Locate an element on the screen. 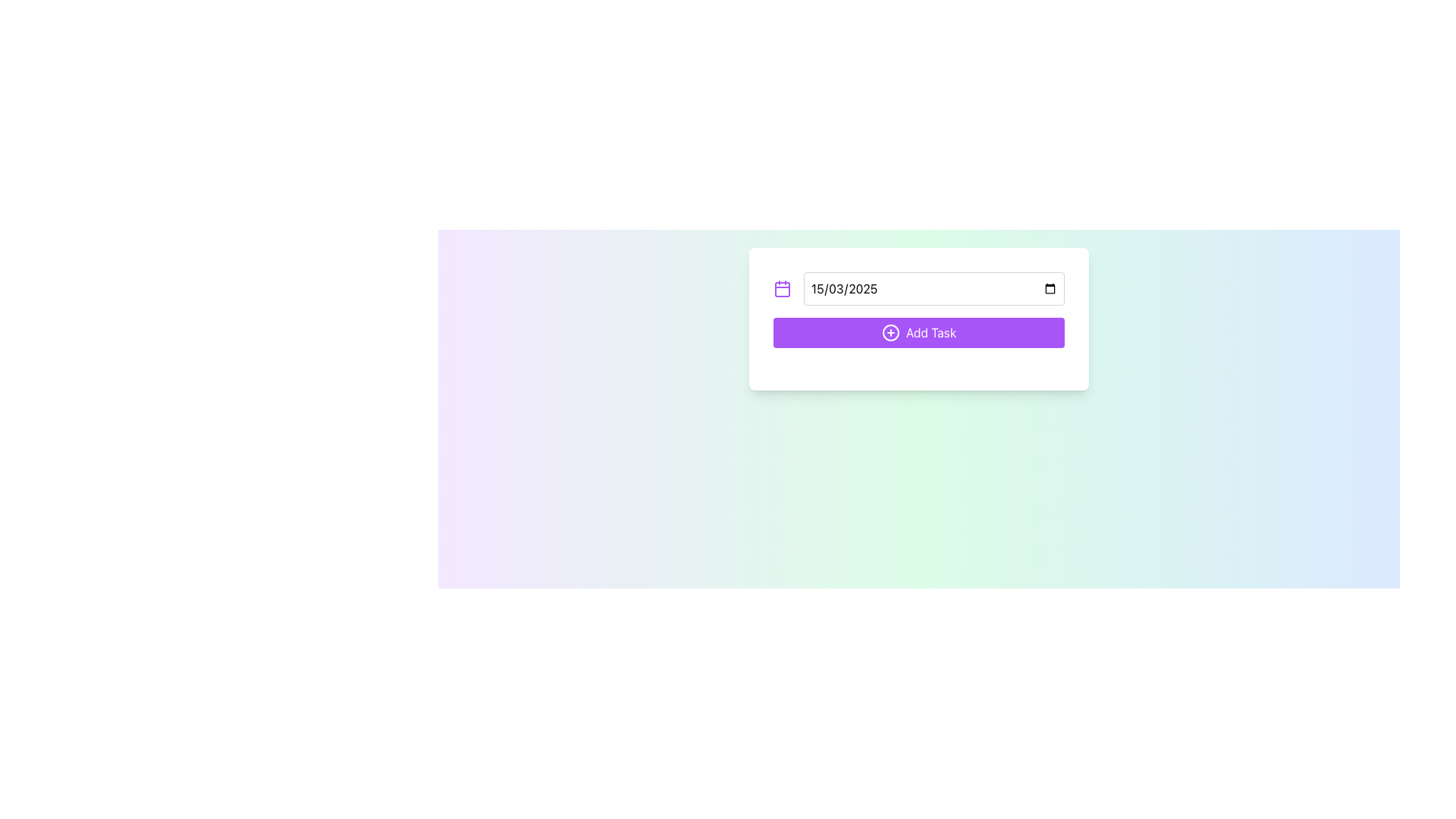  the purple rounded rectangle inside the calendar icon located near the top-left corner of the interface is located at coordinates (783, 289).